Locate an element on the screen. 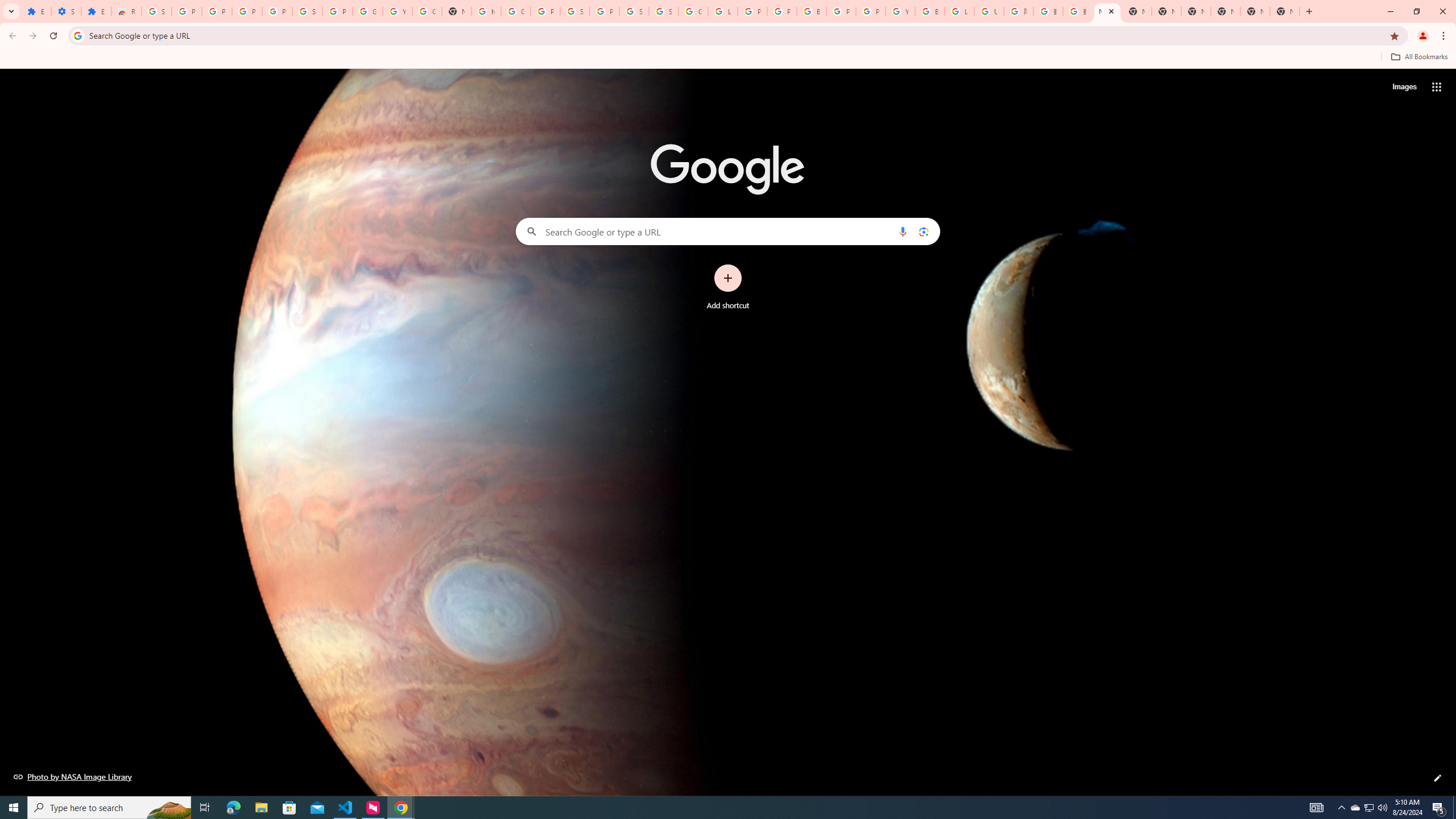 The height and width of the screenshot is (819, 1456). 'Sign in - Google Accounts' is located at coordinates (574, 11).